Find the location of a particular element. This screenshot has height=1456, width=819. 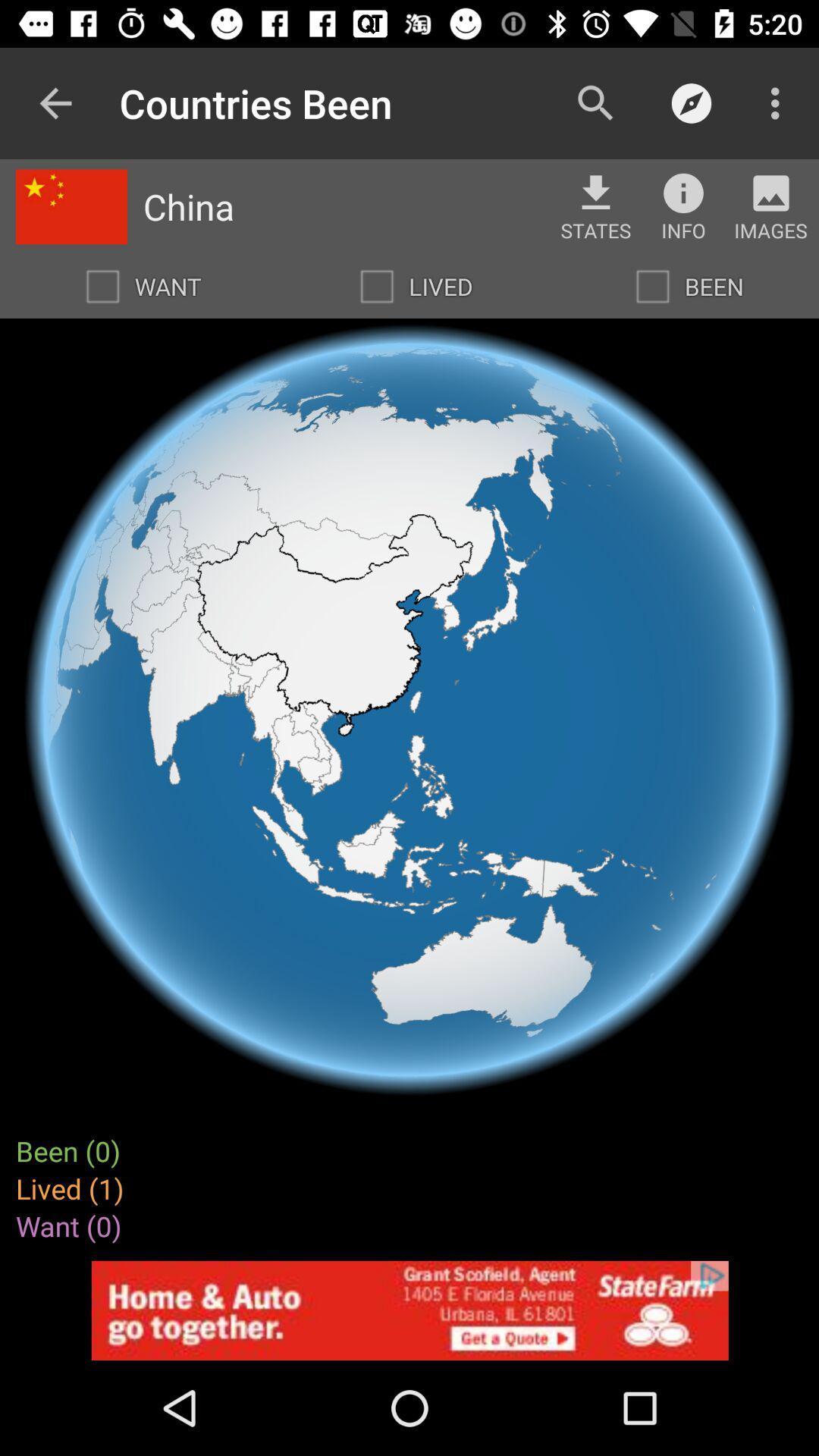

the avatar icon is located at coordinates (771, 192).